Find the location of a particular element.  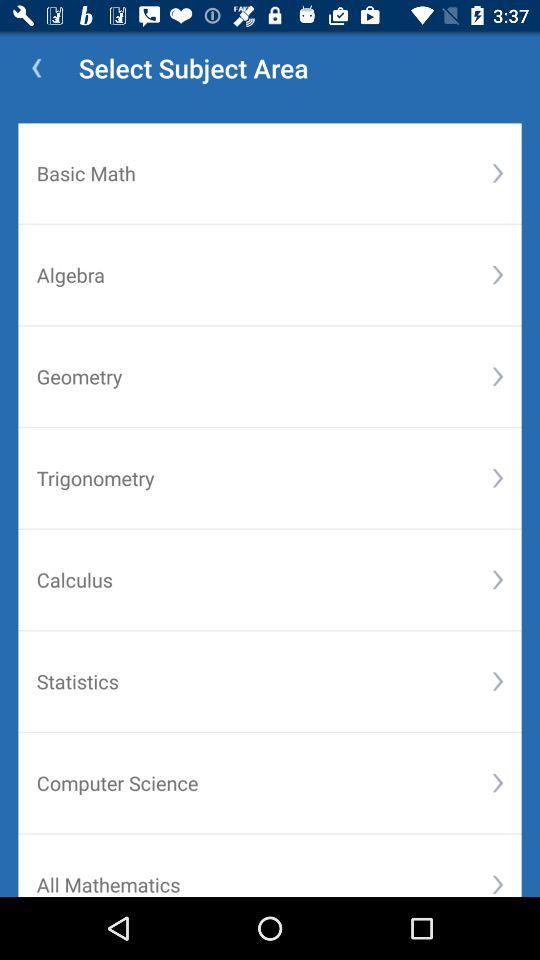

the icon below trigonometry is located at coordinates (496, 579).